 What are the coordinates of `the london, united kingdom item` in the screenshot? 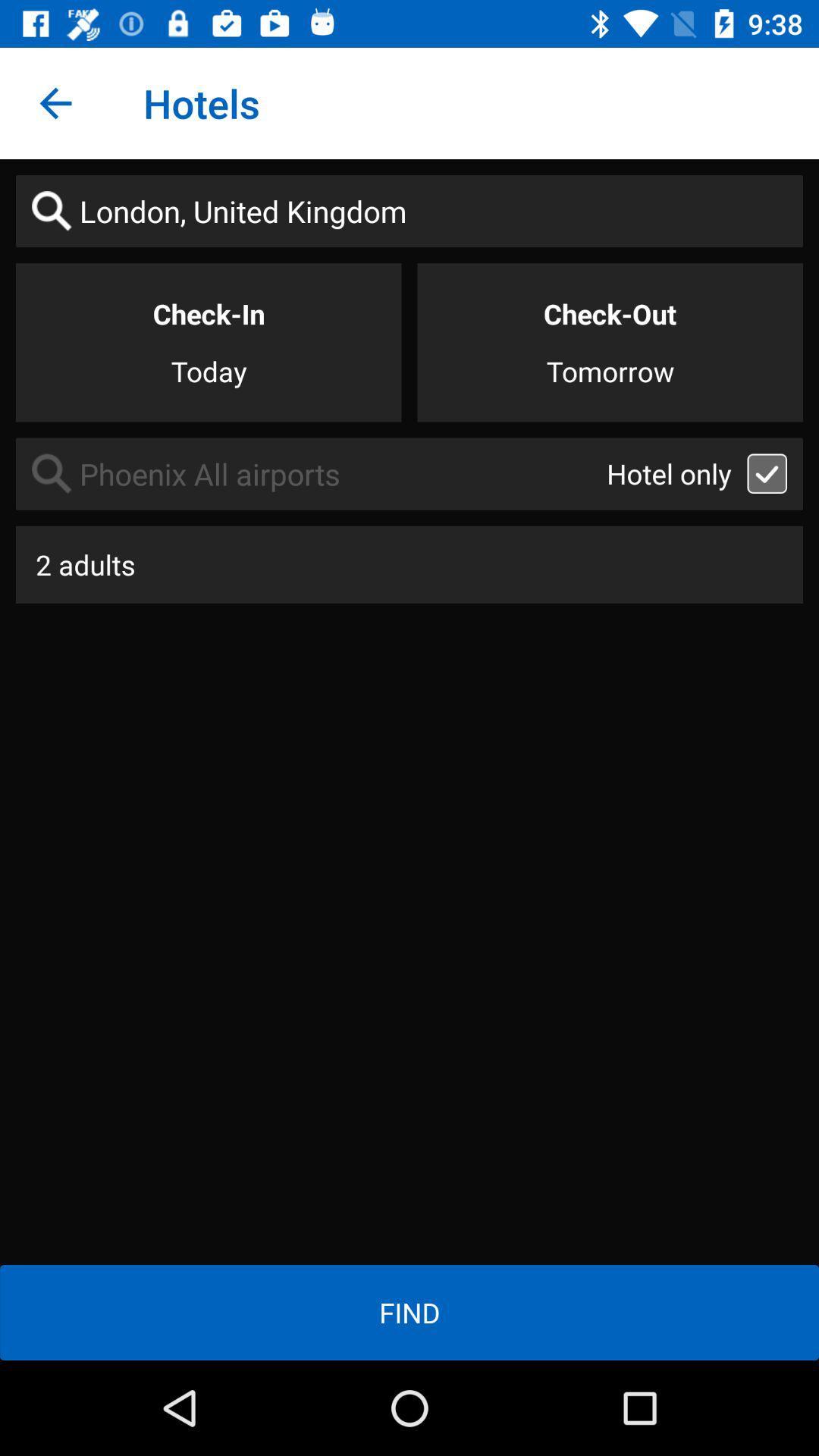 It's located at (409, 210).